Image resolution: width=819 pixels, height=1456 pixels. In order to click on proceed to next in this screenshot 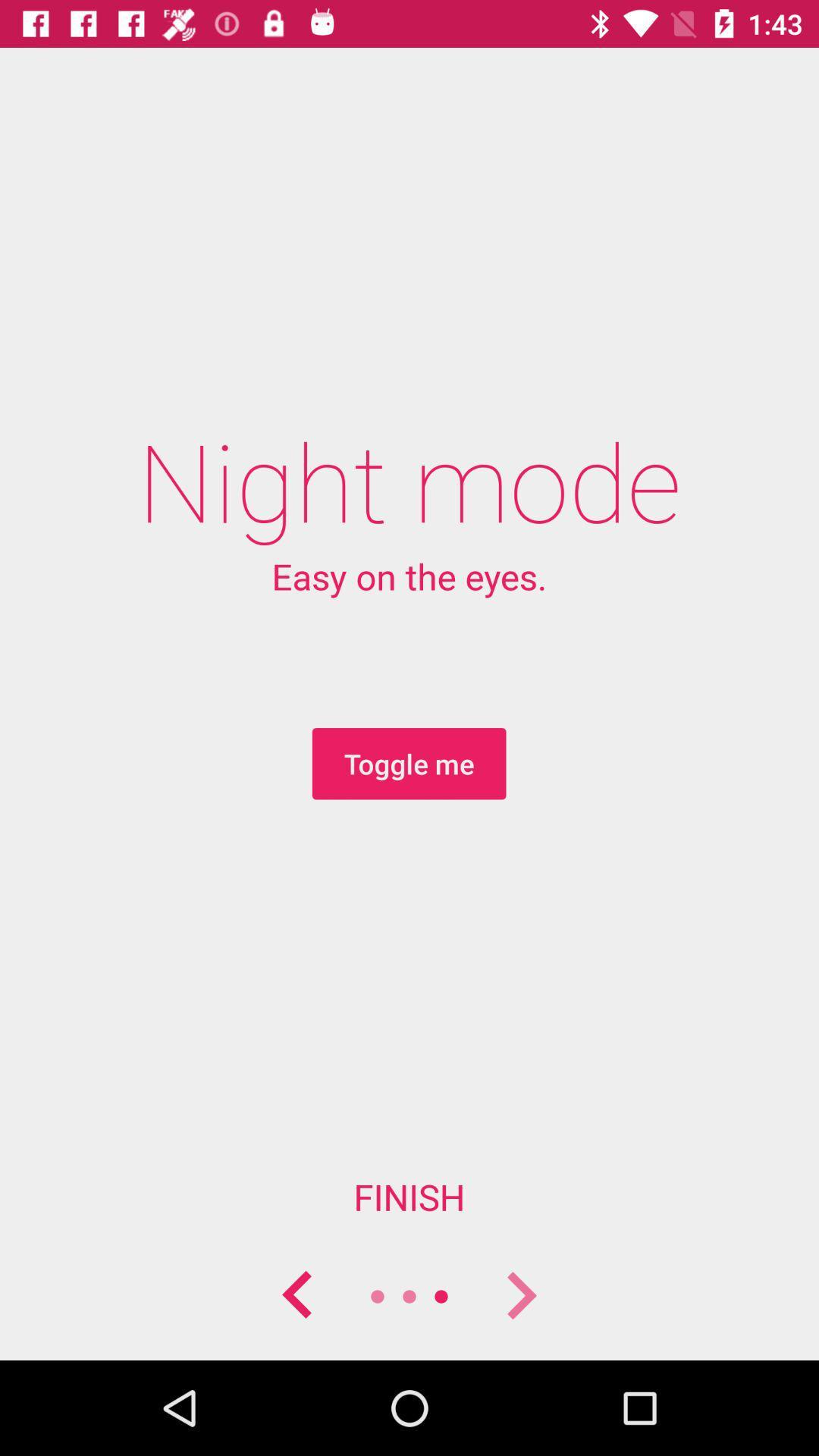, I will do `click(519, 1295)`.